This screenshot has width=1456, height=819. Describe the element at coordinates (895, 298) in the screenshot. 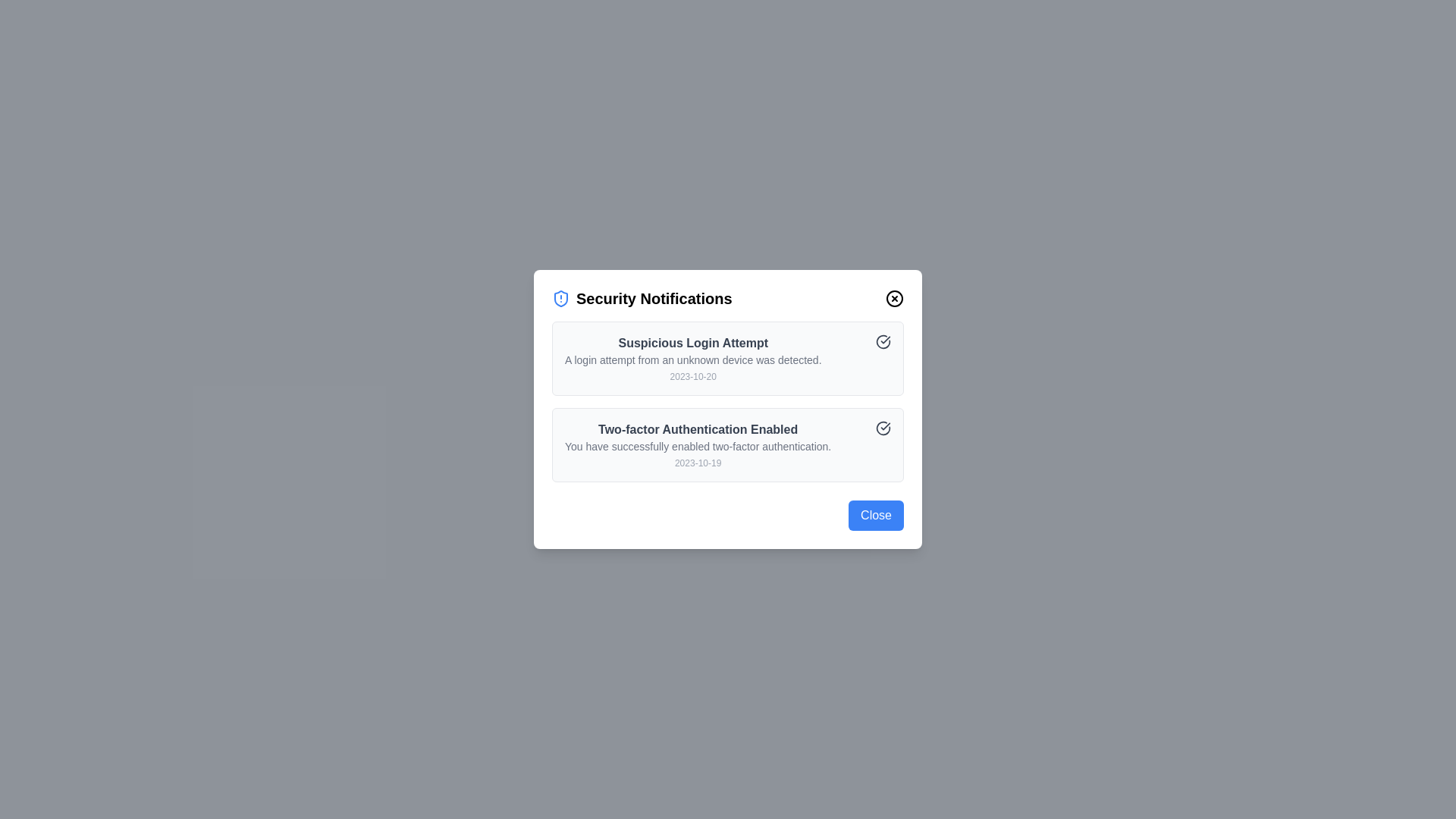

I see `the decorative SVG Circle element of the close icon located at the top-right corner of the notification dialog box` at that location.